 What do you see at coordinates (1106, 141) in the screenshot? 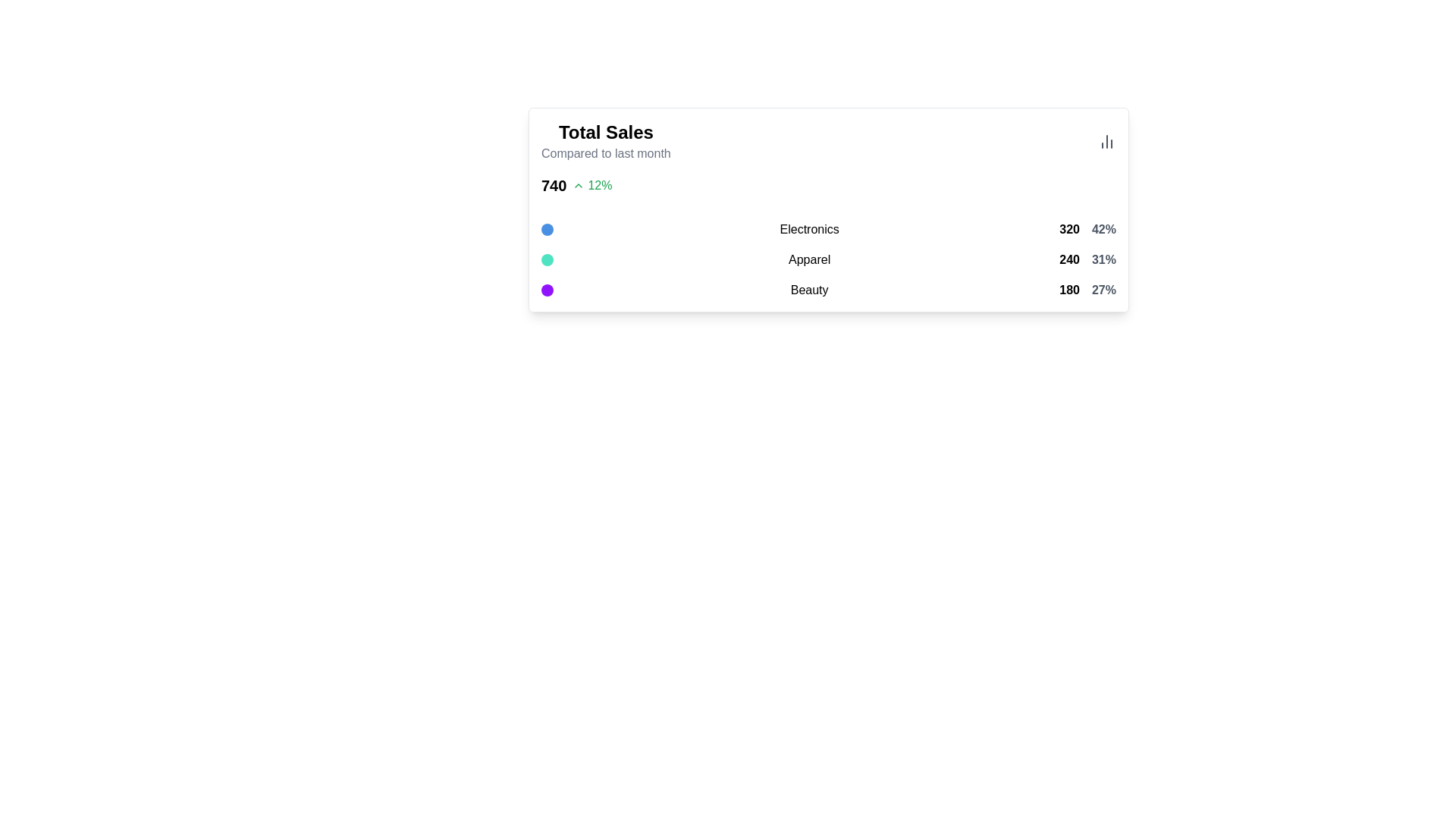
I see `the icon located` at bounding box center [1106, 141].